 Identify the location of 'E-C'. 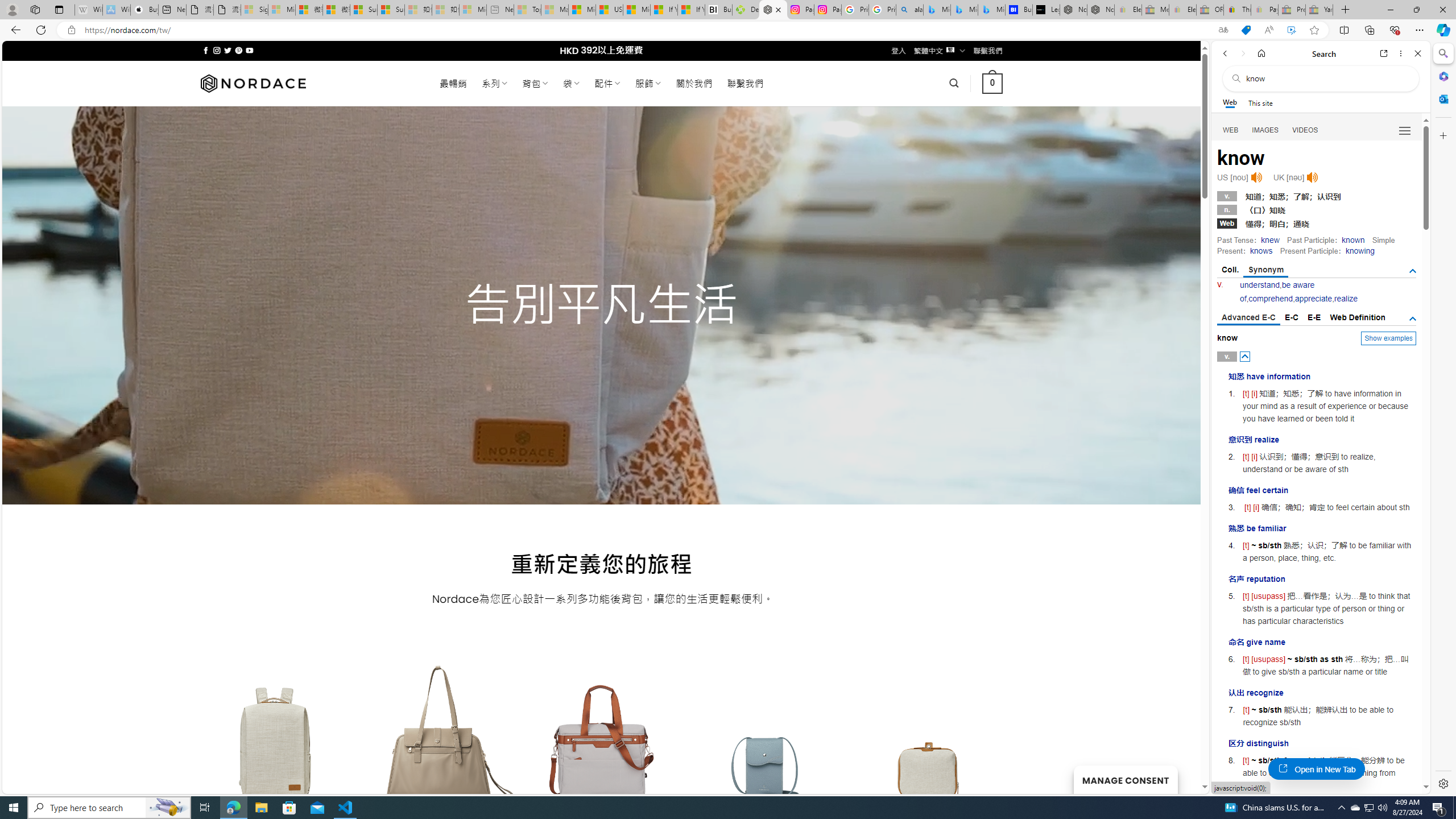
(1291, 317).